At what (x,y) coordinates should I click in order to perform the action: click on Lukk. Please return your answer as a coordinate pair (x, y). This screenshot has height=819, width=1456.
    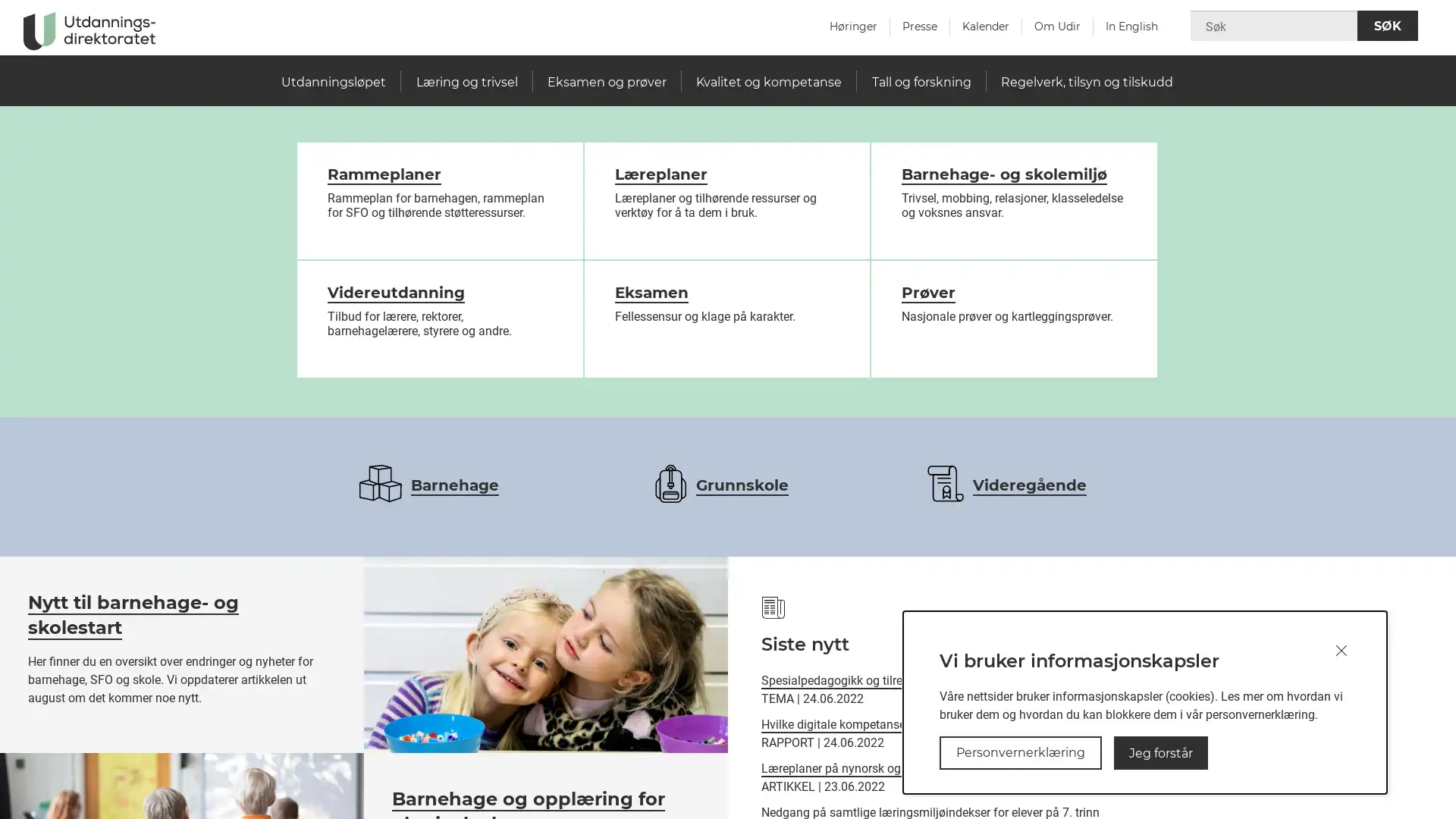
    Looking at the image, I should click on (1341, 651).